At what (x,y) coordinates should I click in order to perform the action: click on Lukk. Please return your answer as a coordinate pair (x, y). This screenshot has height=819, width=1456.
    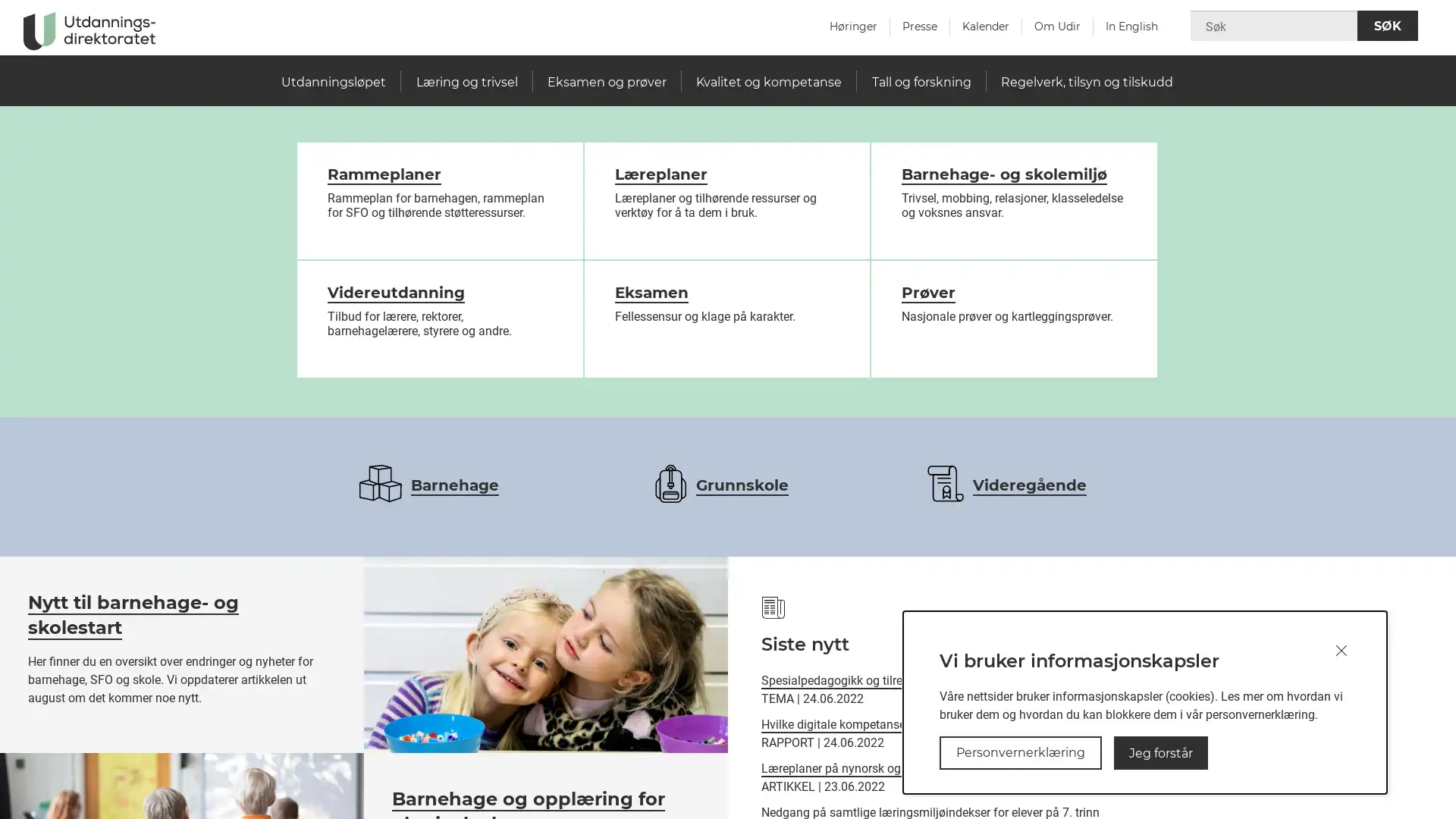
    Looking at the image, I should click on (1341, 651).